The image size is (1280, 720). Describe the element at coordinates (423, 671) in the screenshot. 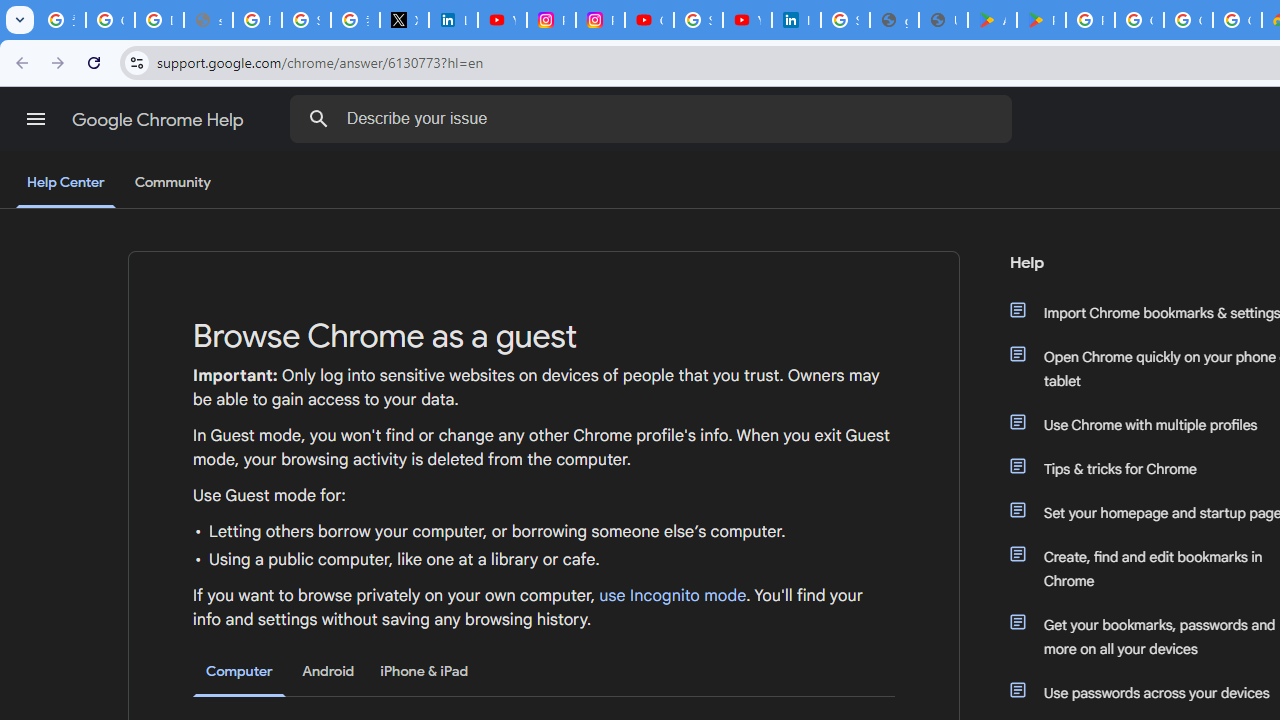

I see `'iPhone & iPad'` at that location.